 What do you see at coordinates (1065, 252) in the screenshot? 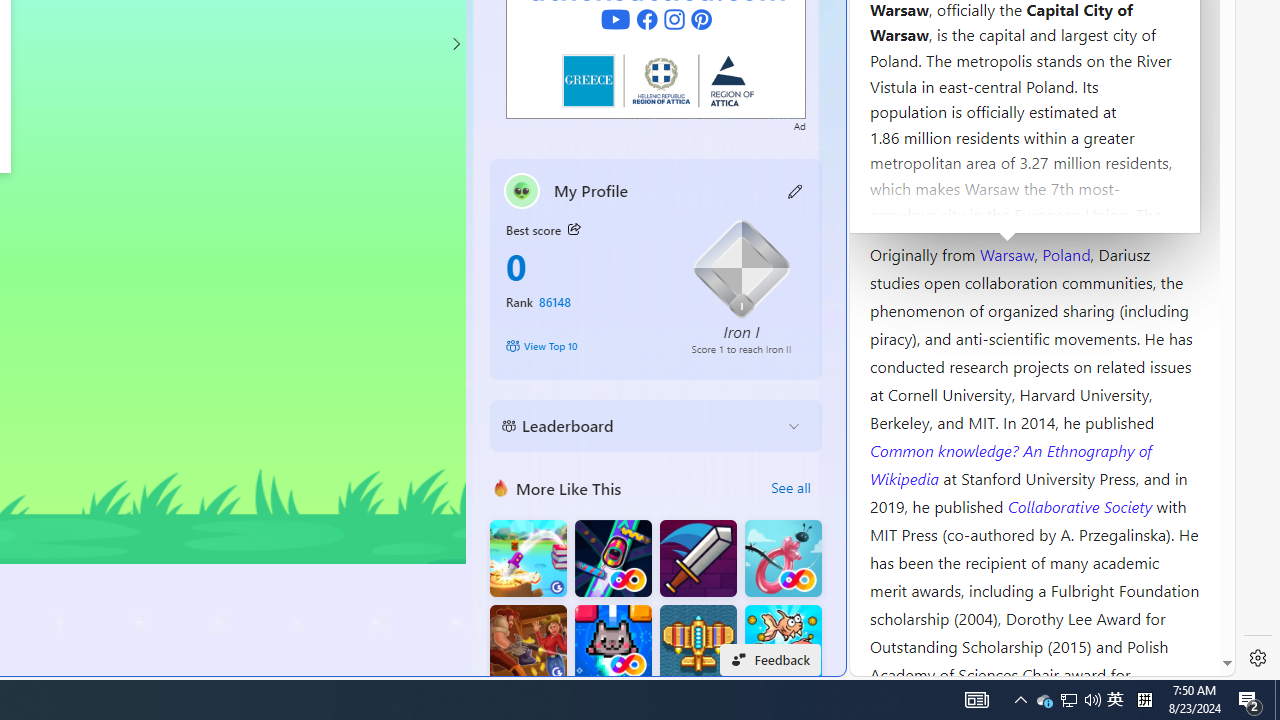
I see `'Poland'` at bounding box center [1065, 252].